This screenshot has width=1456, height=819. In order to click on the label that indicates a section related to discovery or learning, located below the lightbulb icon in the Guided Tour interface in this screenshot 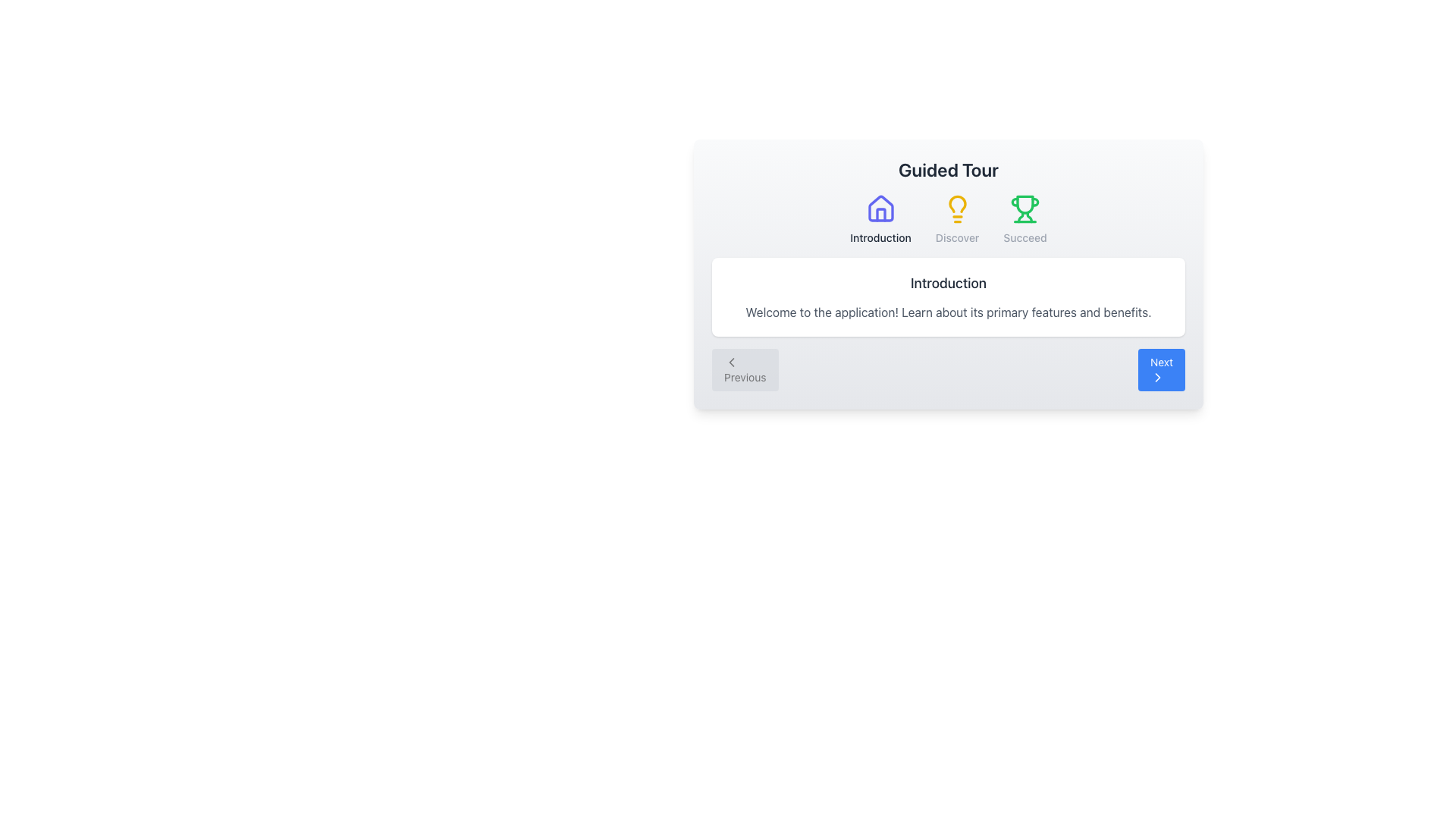, I will do `click(956, 237)`.